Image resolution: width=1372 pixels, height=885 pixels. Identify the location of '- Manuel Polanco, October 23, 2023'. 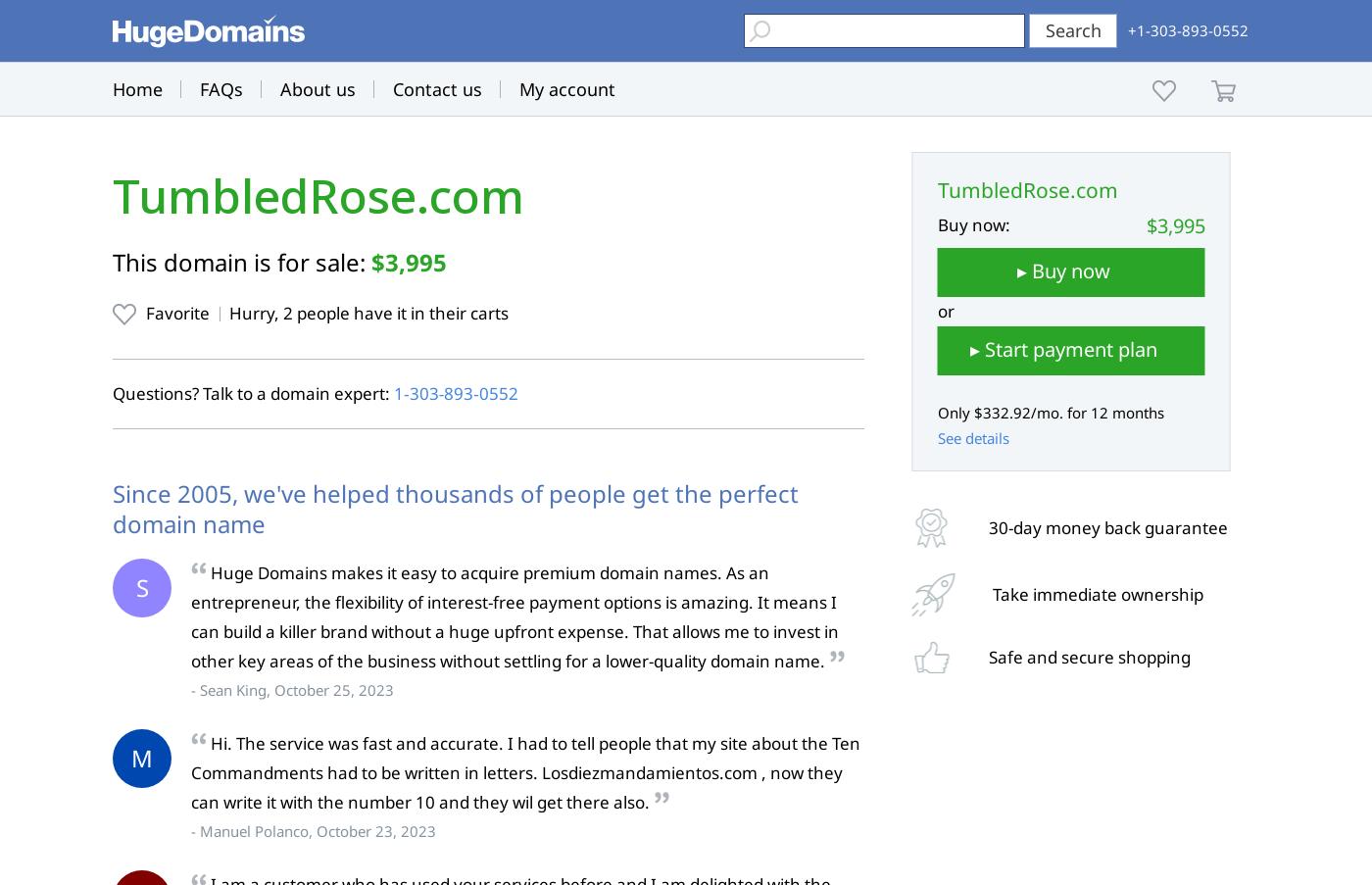
(314, 831).